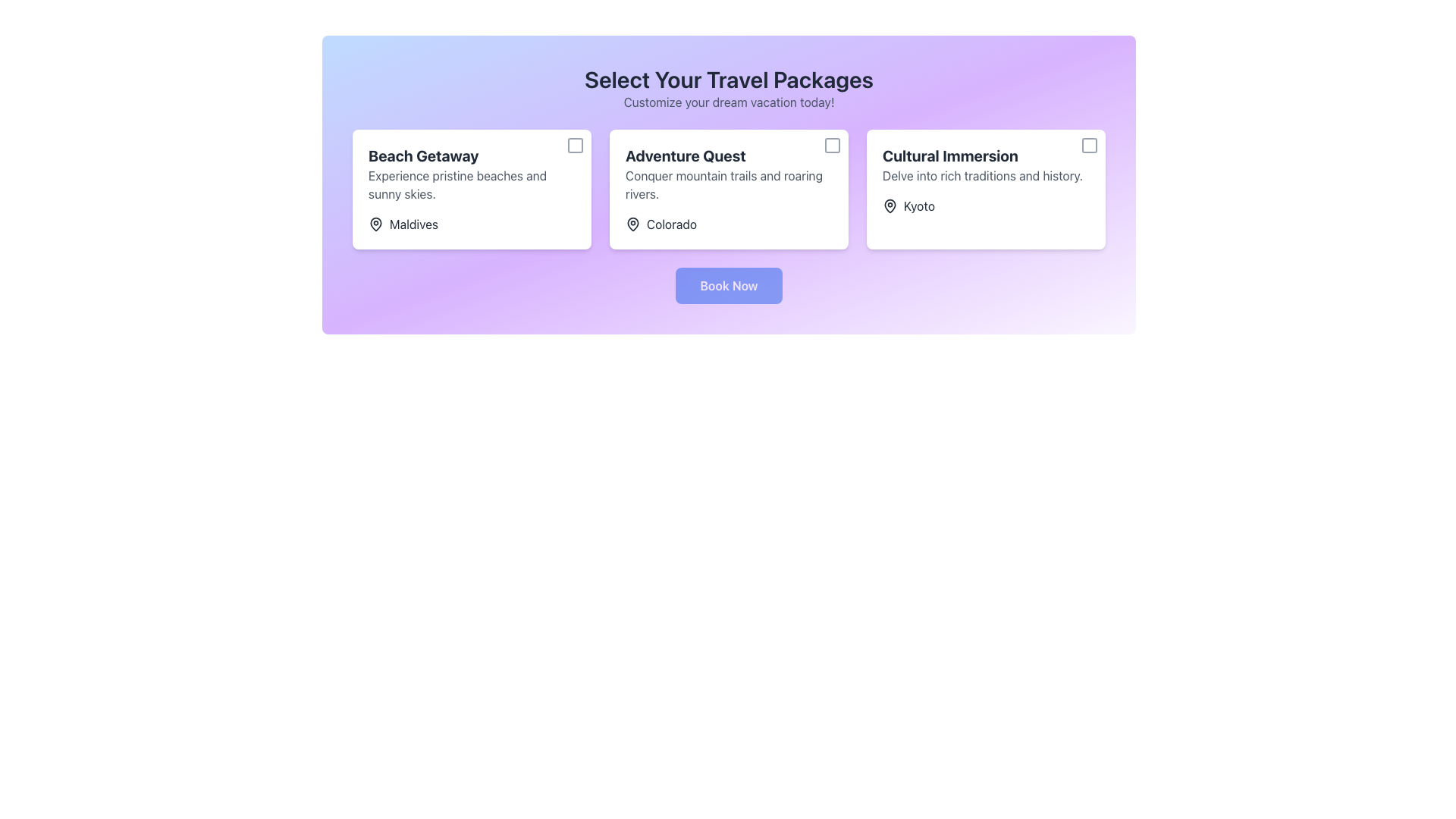 The height and width of the screenshot is (819, 1456). Describe the element at coordinates (574, 146) in the screenshot. I see `the icon or decorative element located in the top-right corner of the 'Beach Getaway' card, which serves as an additional indicator for the card` at that location.